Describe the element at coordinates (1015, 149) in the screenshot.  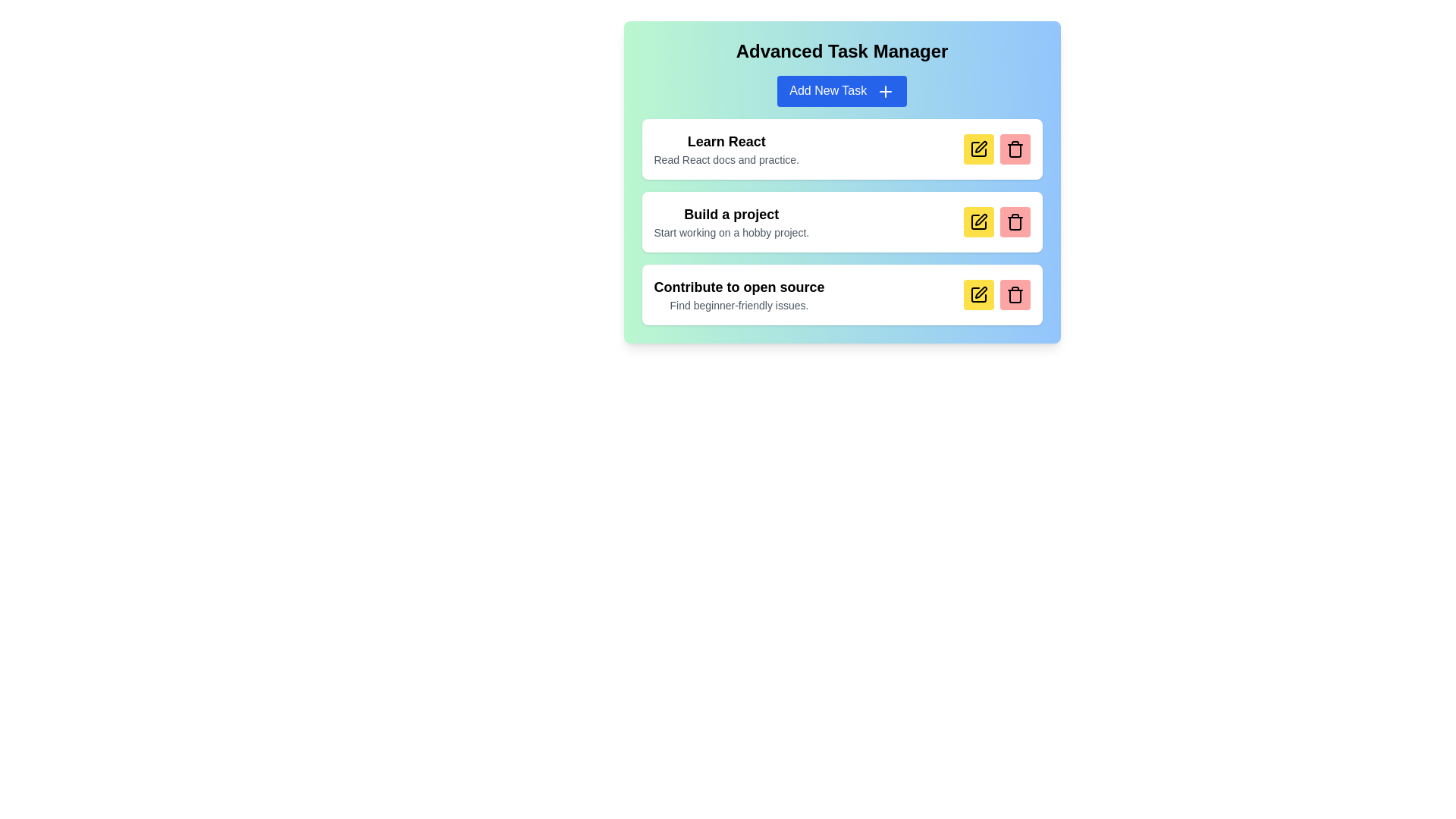
I see `the delete button for the task titled Learn React` at that location.